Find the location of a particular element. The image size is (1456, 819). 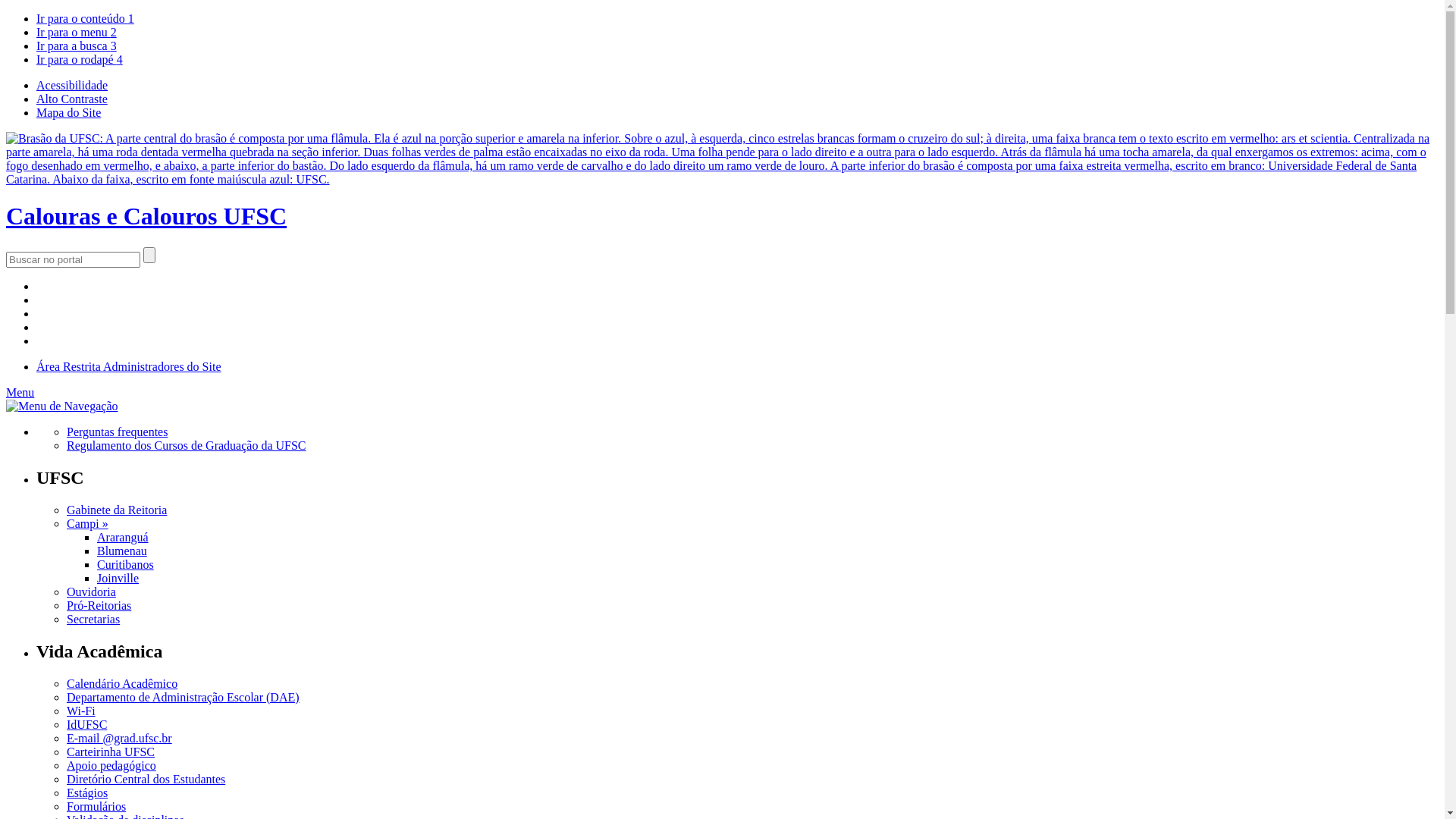

'Joinville' is located at coordinates (117, 578).